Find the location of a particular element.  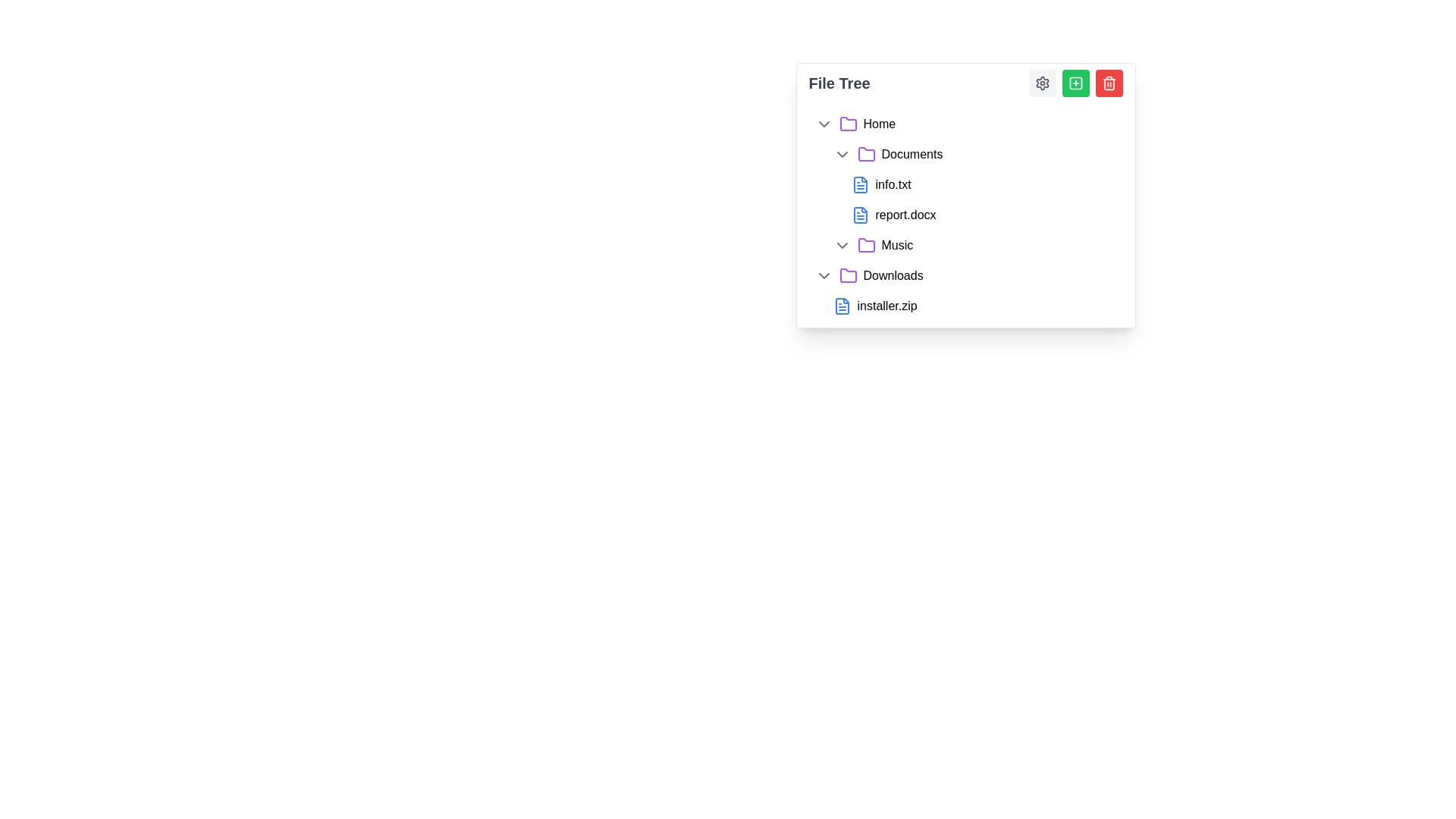

the settings button located at the first position in a row of three buttons in the top right corner of the file tree widget is located at coordinates (1041, 83).